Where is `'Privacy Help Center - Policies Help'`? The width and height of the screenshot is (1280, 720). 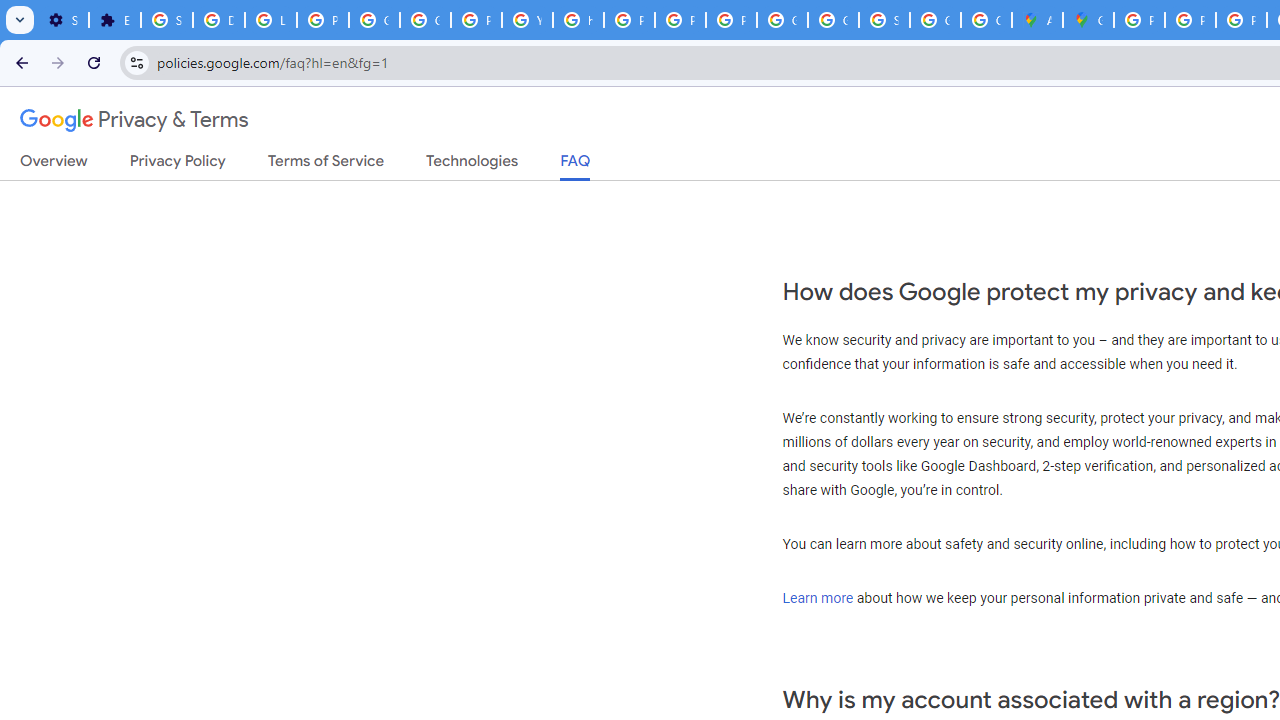
'Privacy Help Center - Policies Help' is located at coordinates (1240, 20).